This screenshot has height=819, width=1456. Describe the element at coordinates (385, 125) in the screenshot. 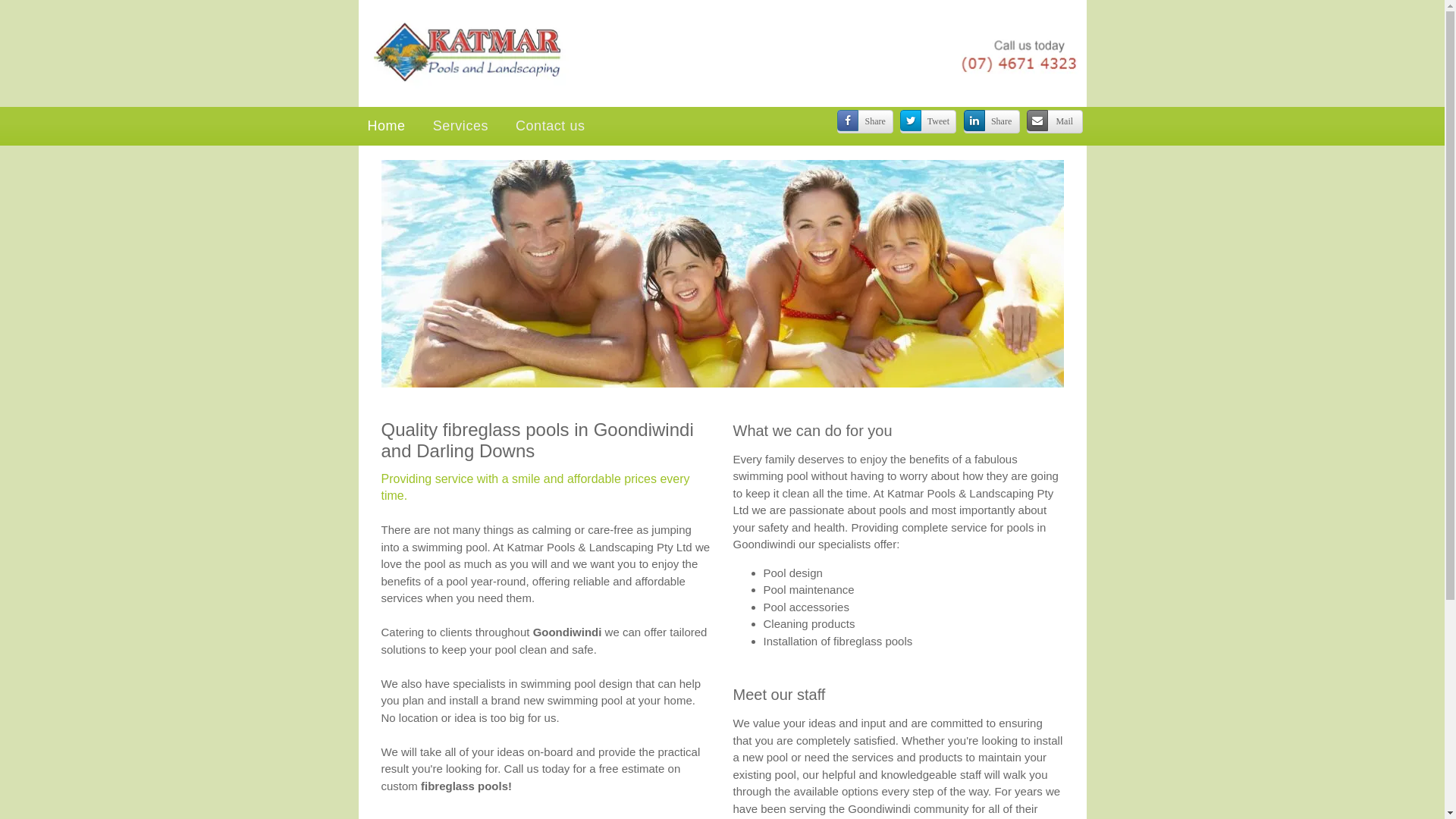

I see `'Home'` at that location.